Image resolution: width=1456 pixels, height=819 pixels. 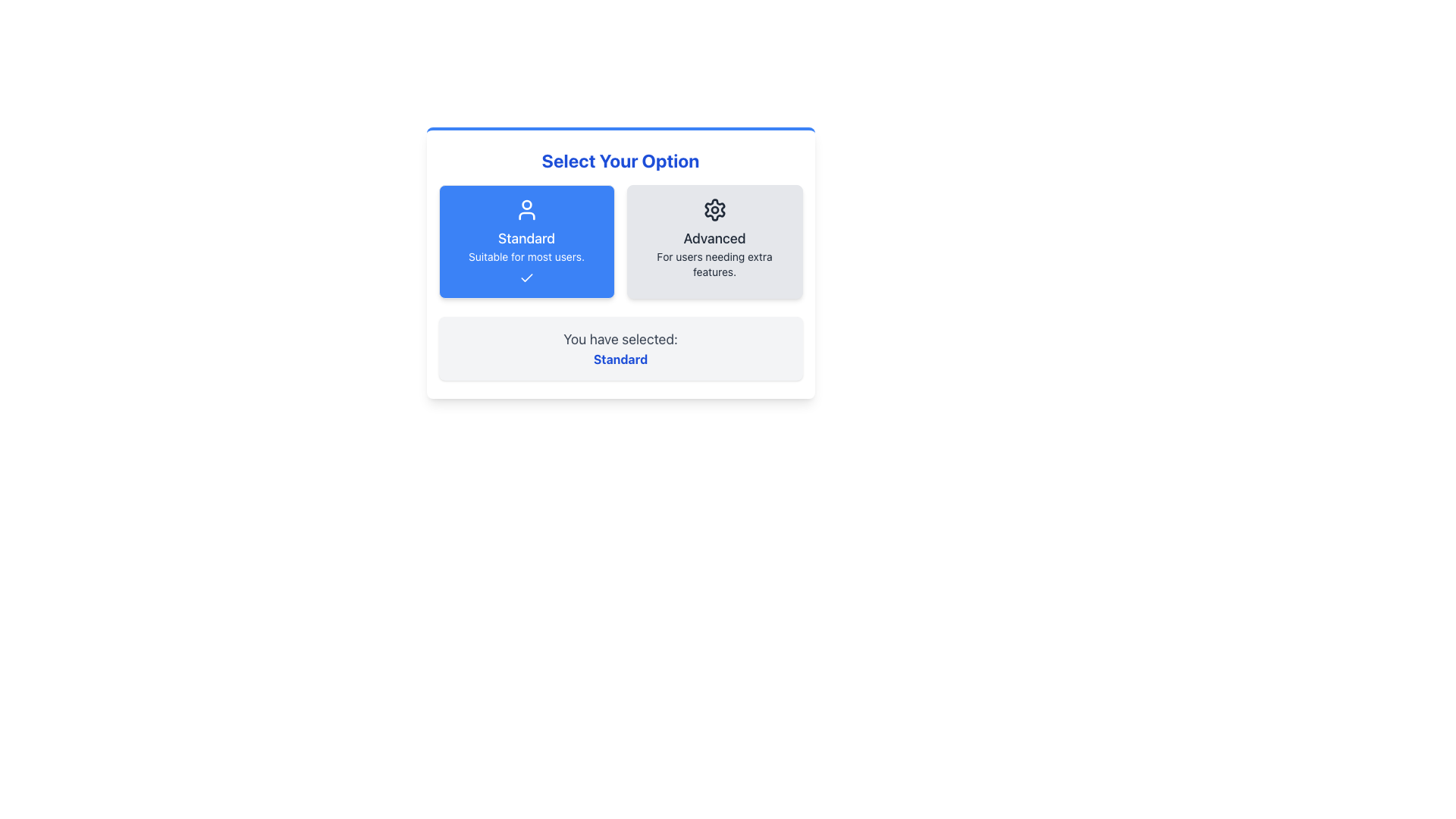 I want to click on the descriptive text element located below the 'Advanced' header in the Advanced option card, so click(x=714, y=263).